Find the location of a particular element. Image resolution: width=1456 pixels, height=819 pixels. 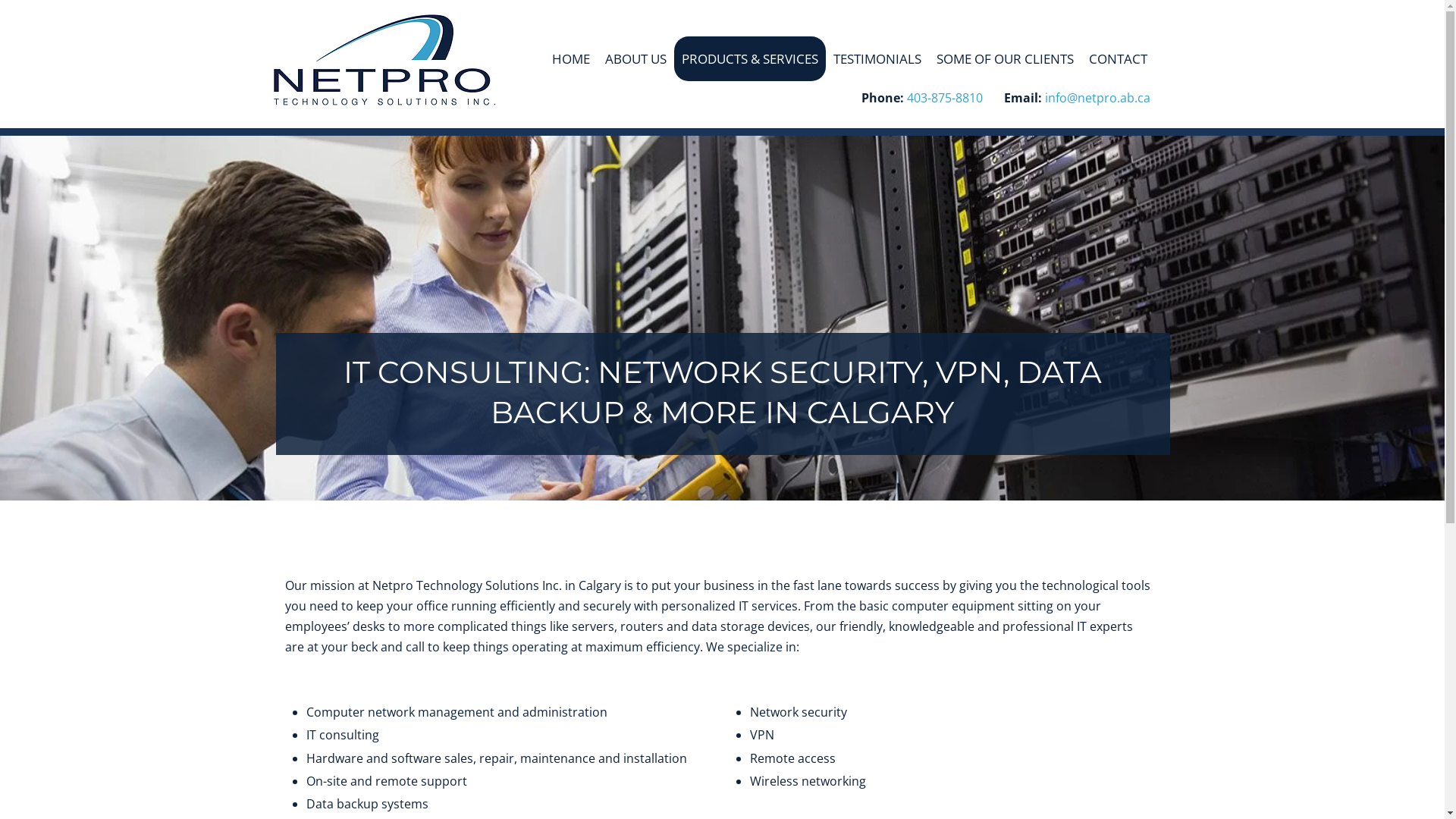

'SOME OF OUR CLIENTS' is located at coordinates (927, 58).